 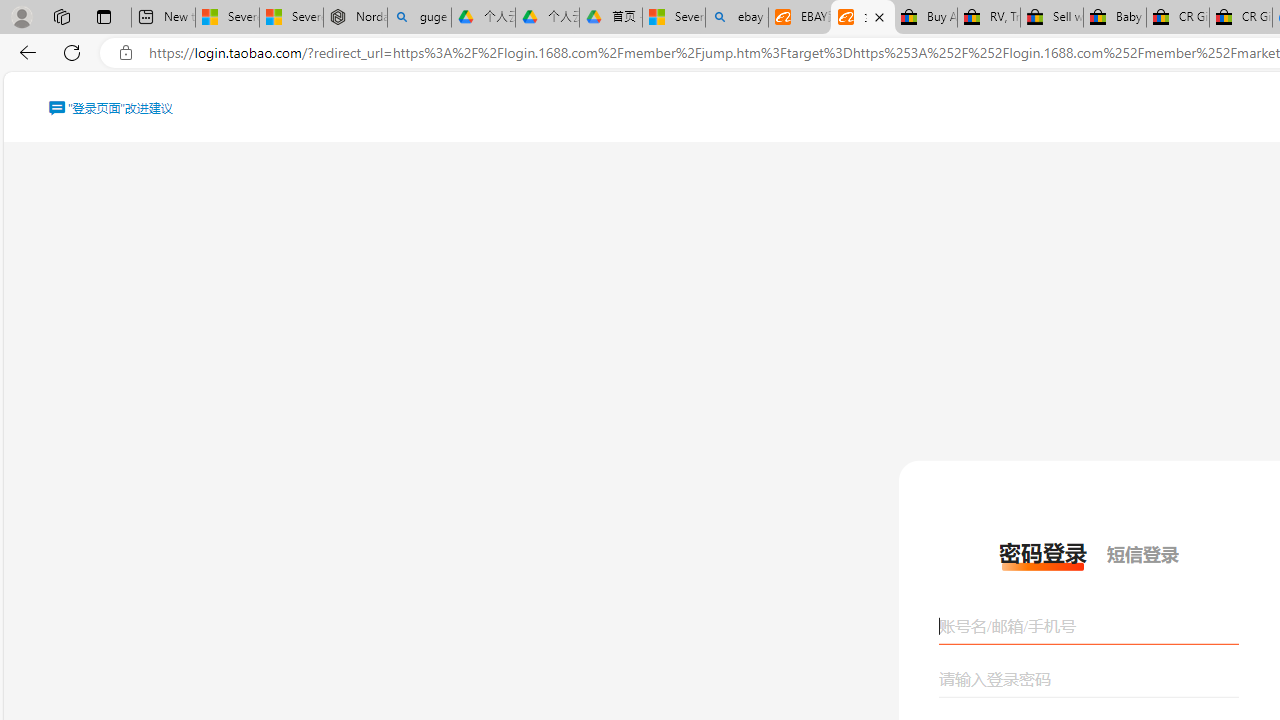 I want to click on 'New tab', so click(x=163, y=17).